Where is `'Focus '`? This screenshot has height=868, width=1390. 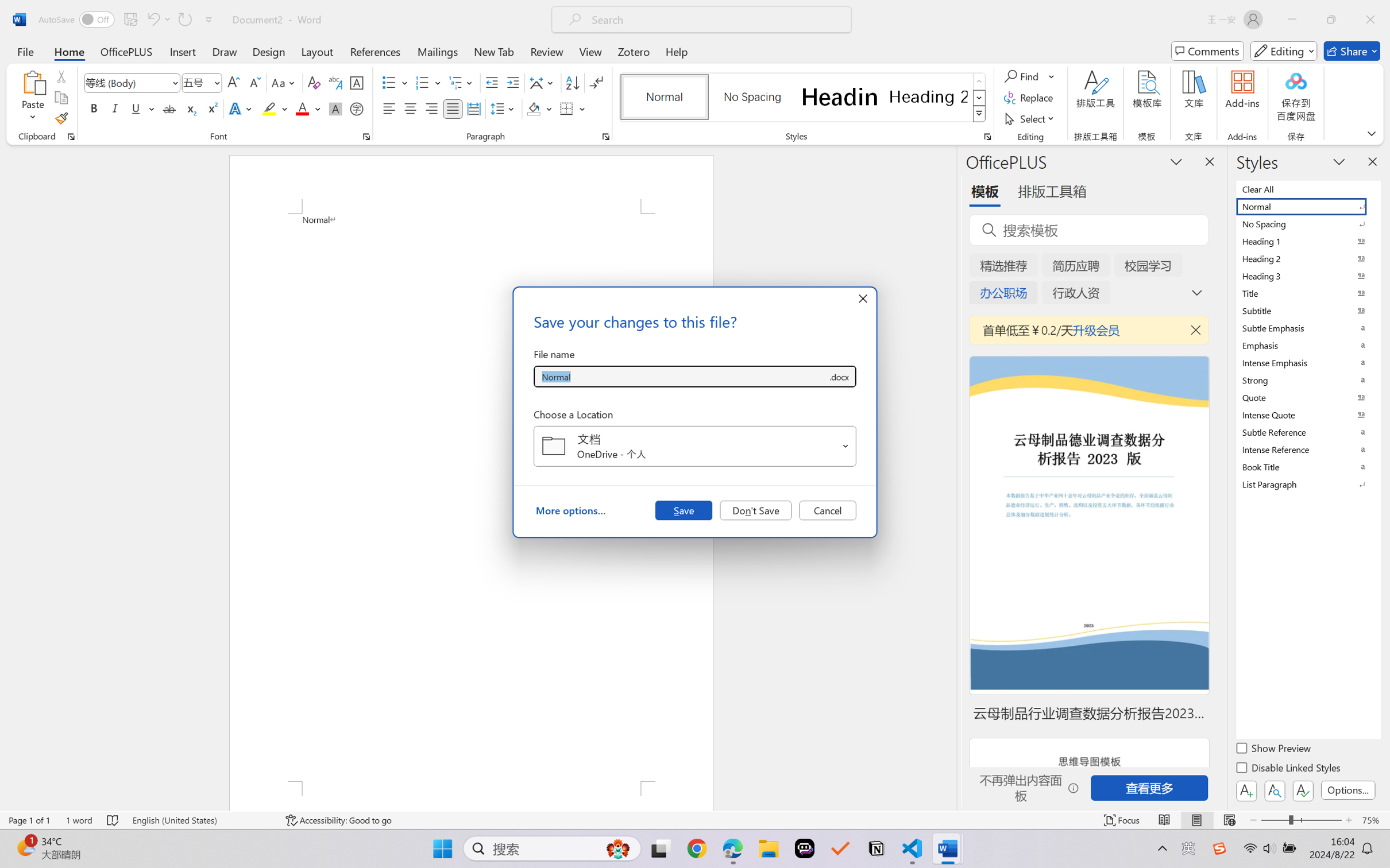
'Focus ' is located at coordinates (1122, 820).